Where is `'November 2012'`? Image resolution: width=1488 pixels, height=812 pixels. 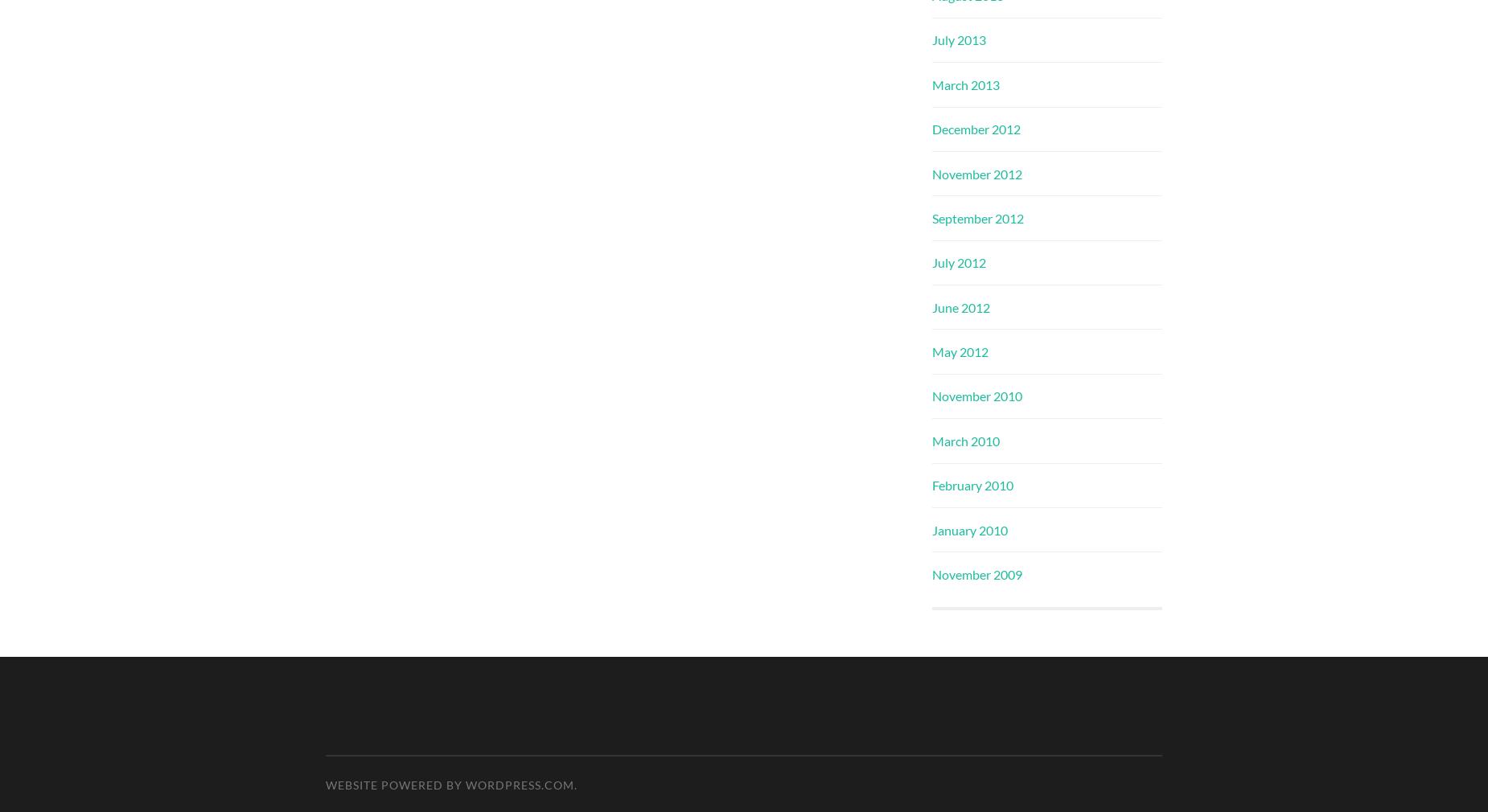
'November 2012' is located at coordinates (976, 172).